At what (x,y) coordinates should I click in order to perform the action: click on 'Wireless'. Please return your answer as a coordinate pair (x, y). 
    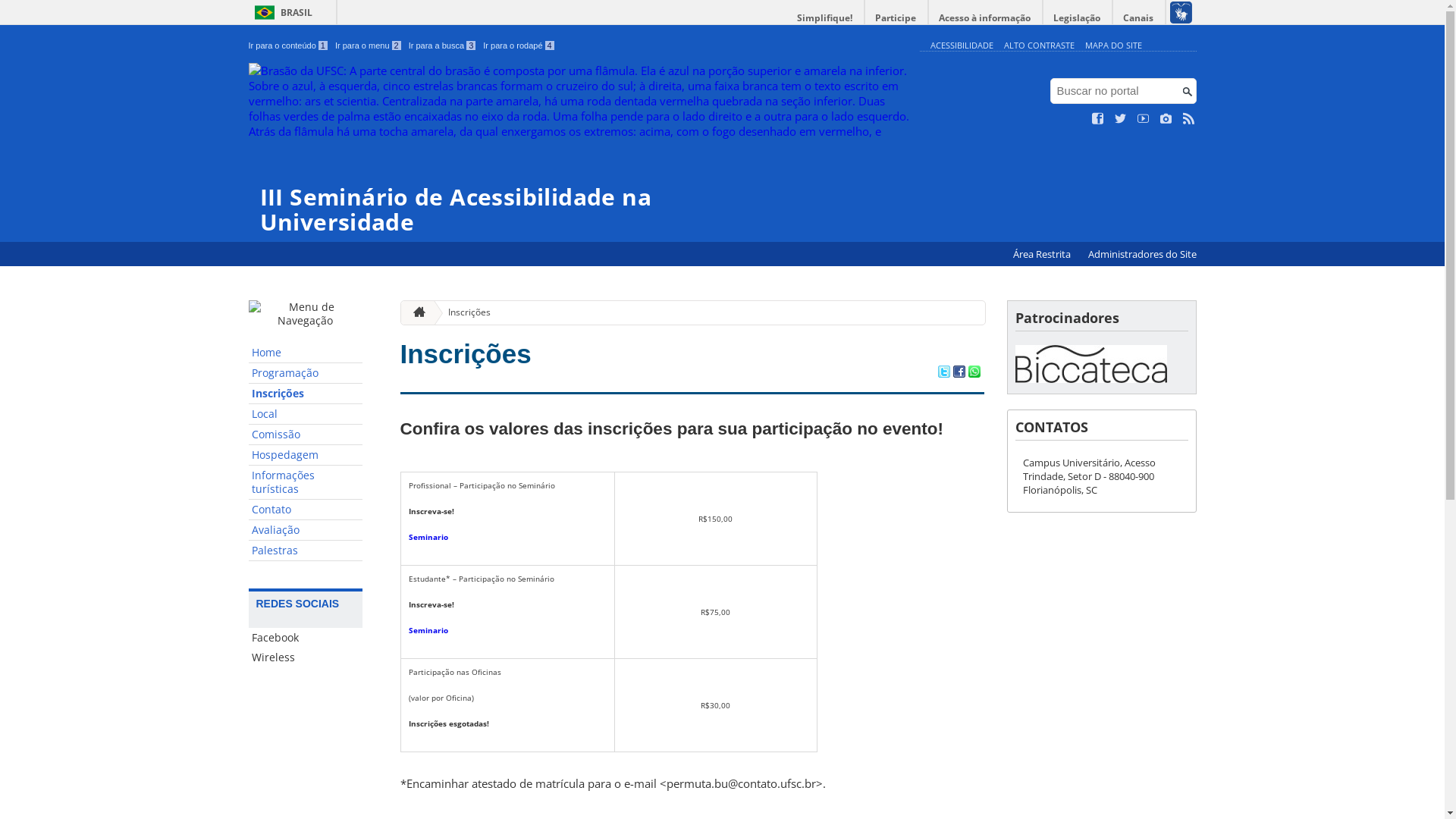
    Looking at the image, I should click on (248, 657).